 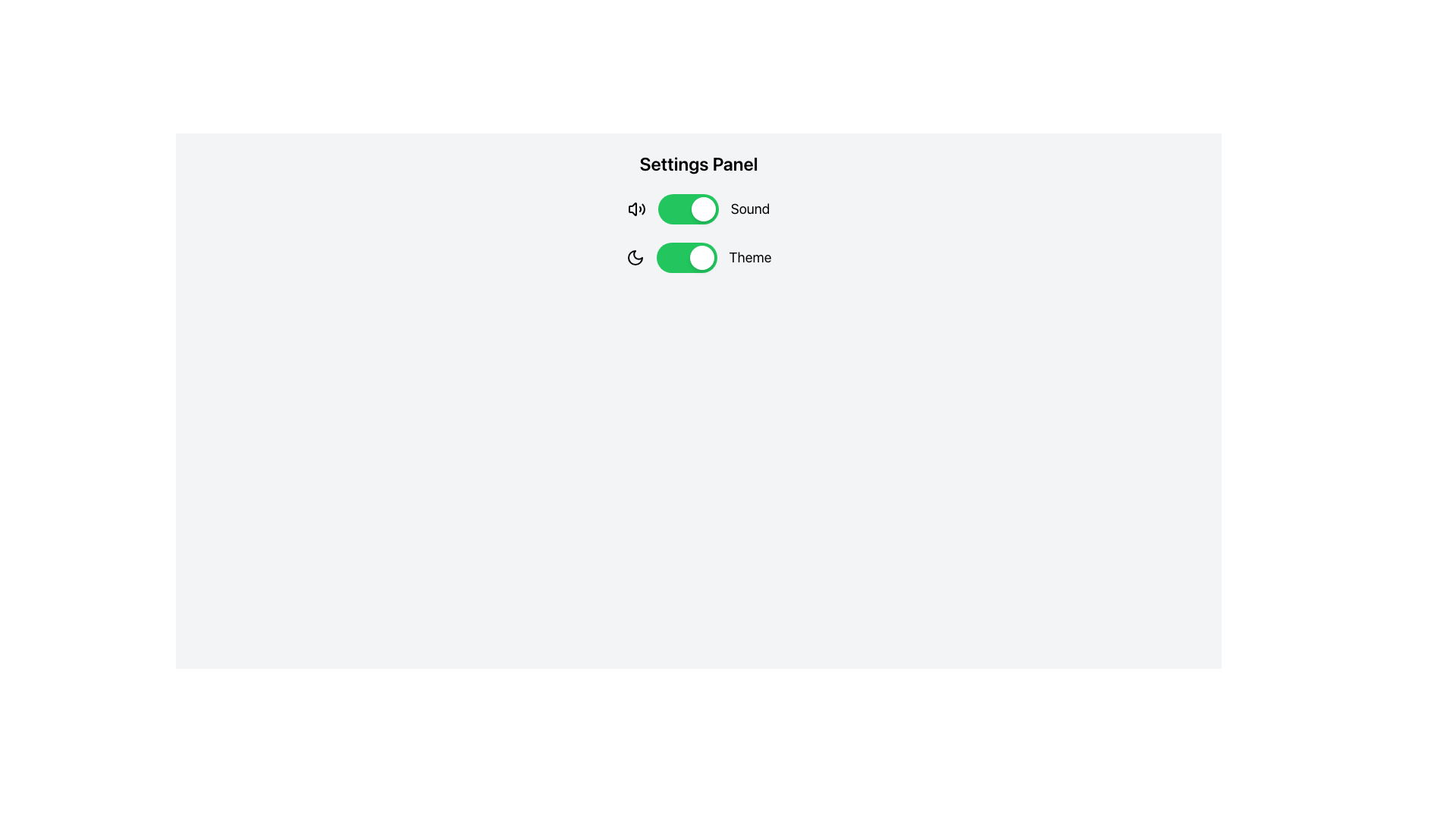 I want to click on the draggable toggle circle on the left side of the green toggle switch, so click(x=702, y=209).